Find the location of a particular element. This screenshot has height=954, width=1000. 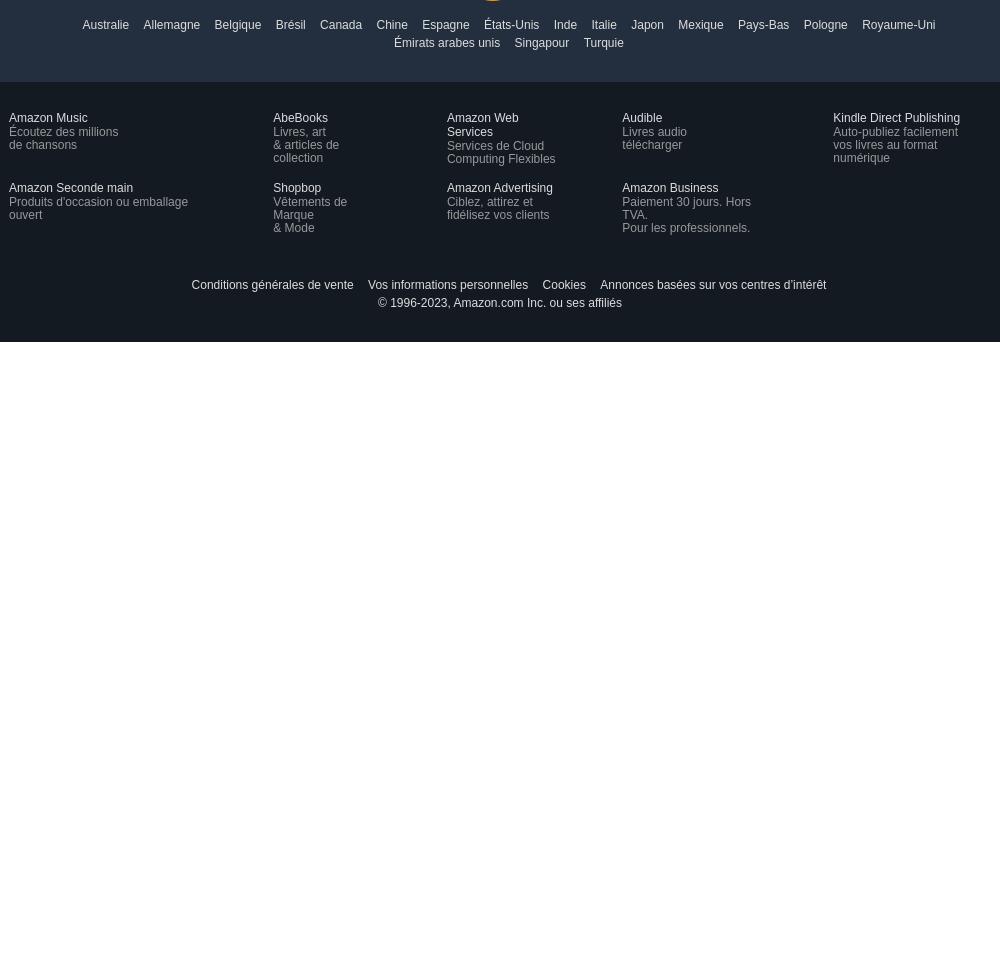

'Vos informations personnelles' is located at coordinates (367, 284).